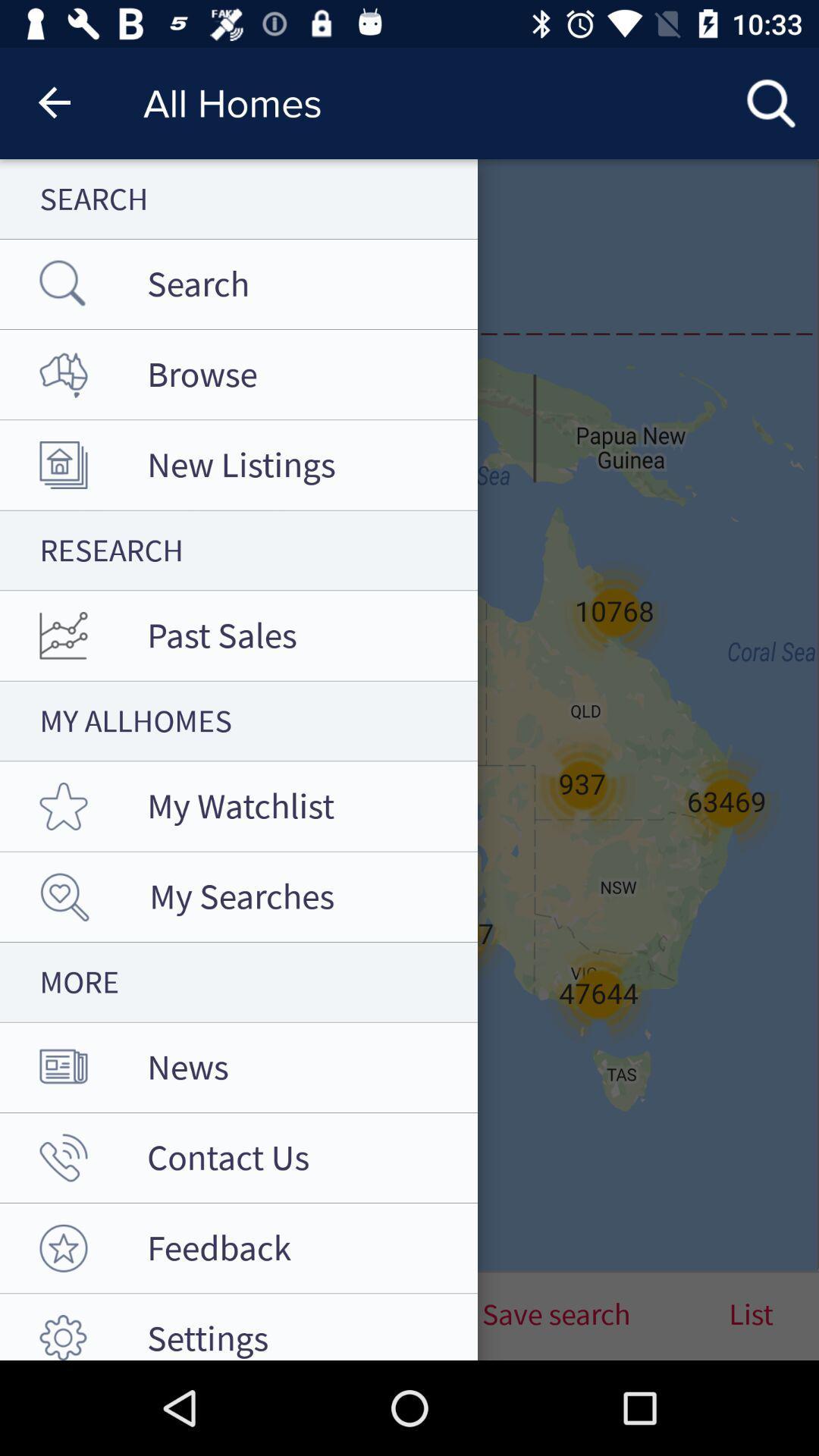 The height and width of the screenshot is (1456, 819). I want to click on the call icon, so click(51, 1154).